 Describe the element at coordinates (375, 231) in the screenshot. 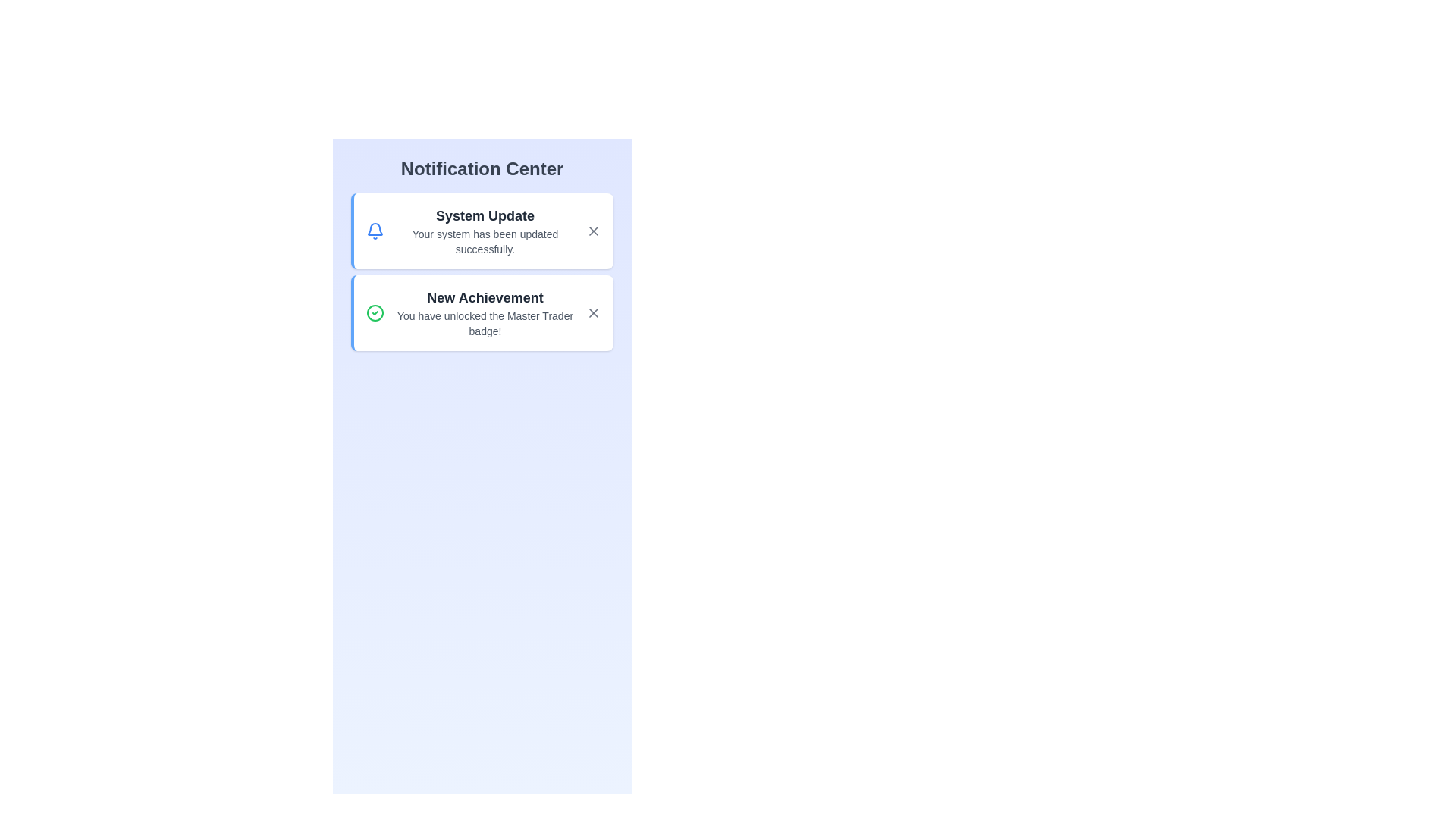

I see `the notification icon located in the upper left corner of the notification card, adjacent to the text 'System Update'` at that location.